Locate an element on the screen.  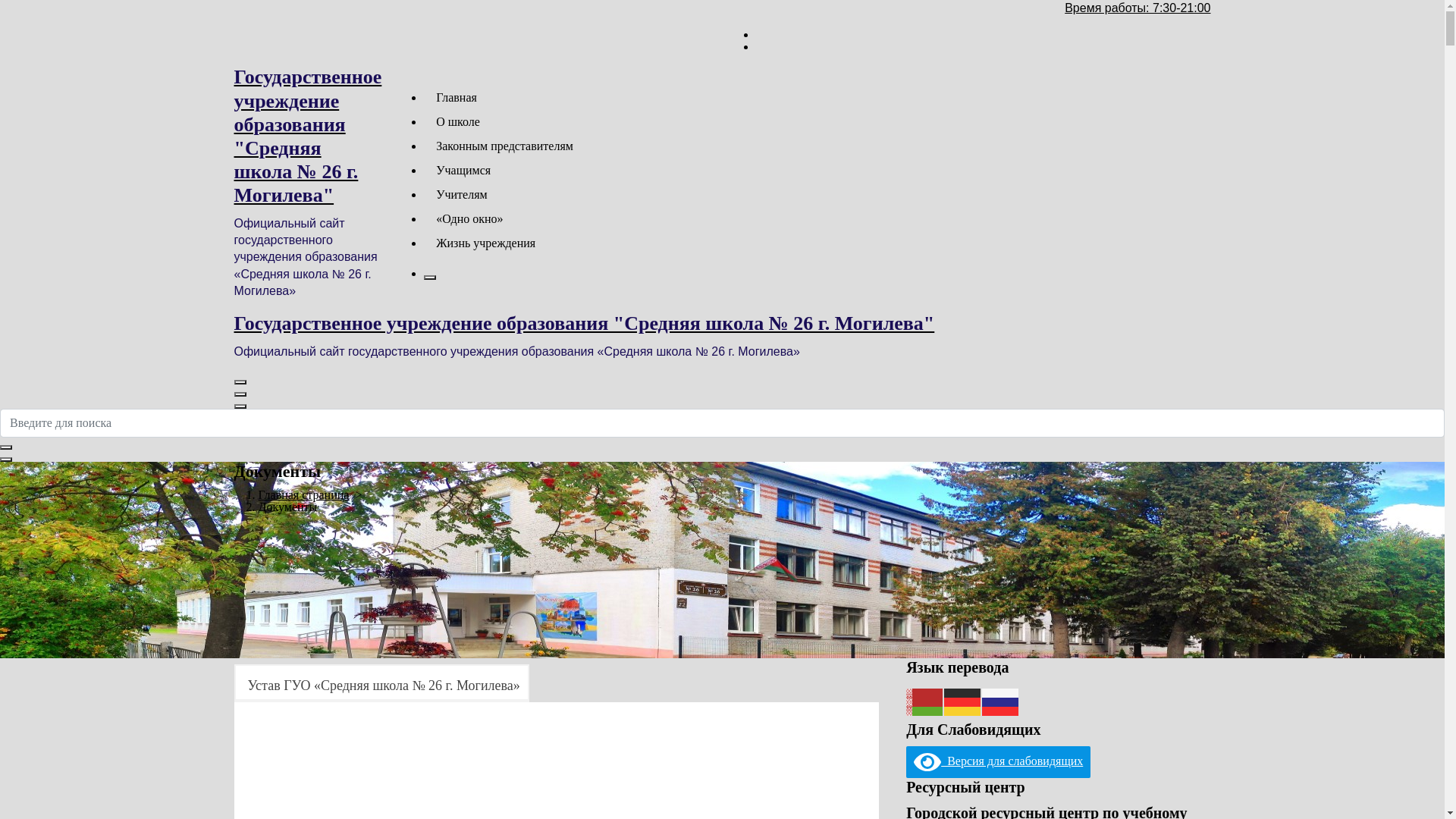
'German' is located at coordinates (962, 701).